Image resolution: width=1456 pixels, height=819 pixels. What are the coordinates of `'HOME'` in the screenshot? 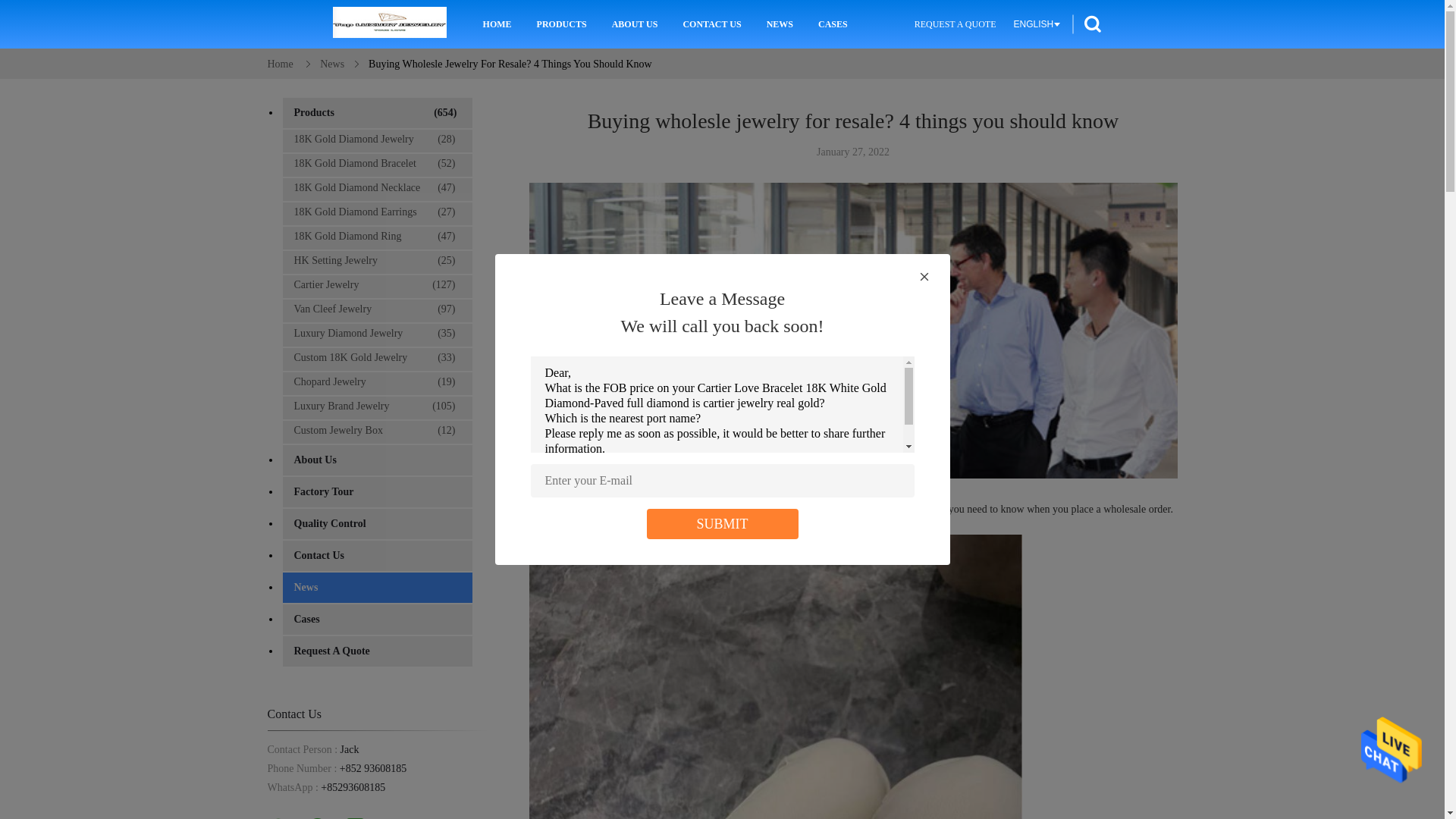 It's located at (497, 24).